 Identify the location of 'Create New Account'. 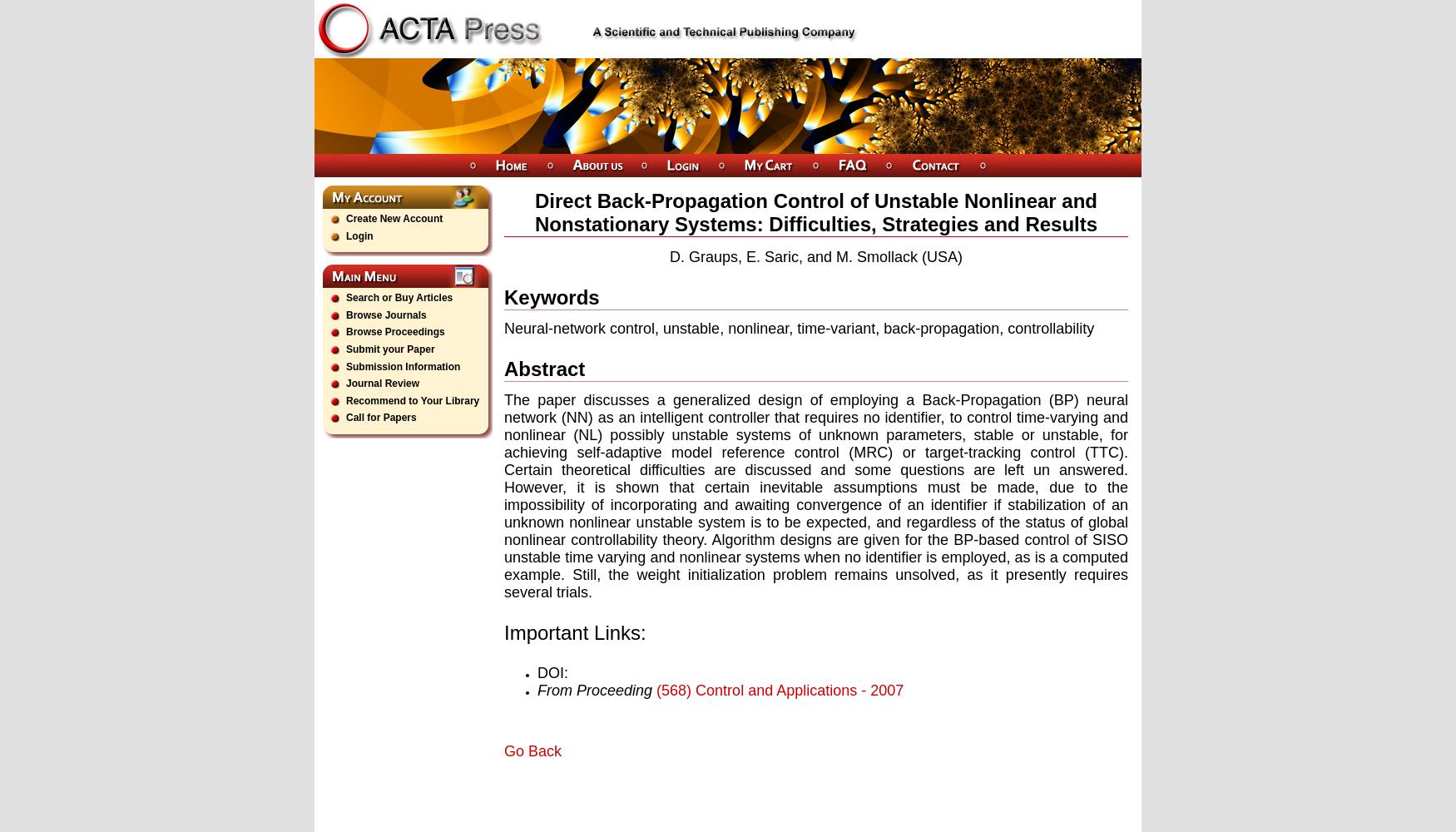
(394, 219).